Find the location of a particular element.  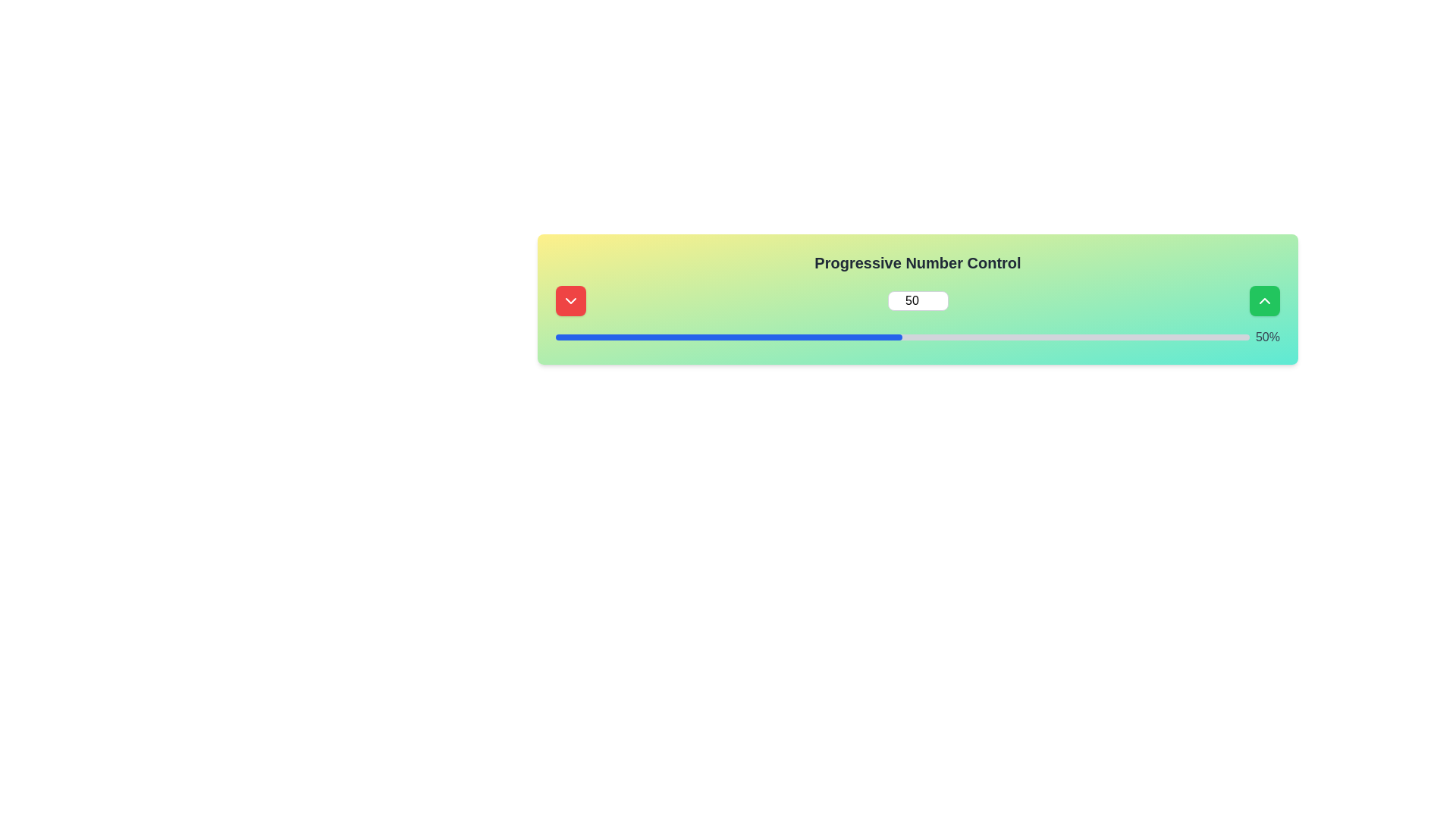

the slider value is located at coordinates (892, 336).